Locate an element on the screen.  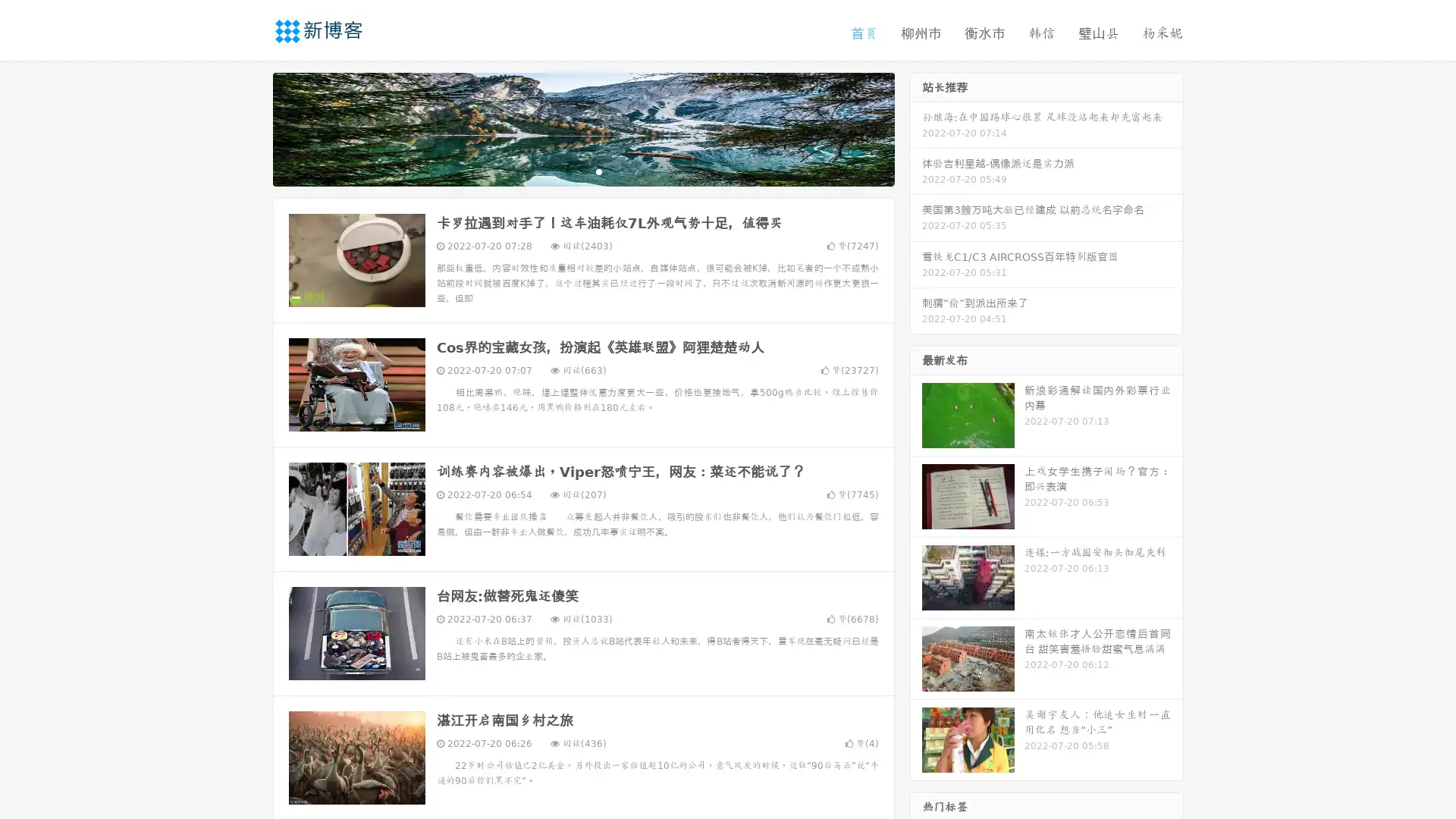
Previous slide is located at coordinates (250, 127).